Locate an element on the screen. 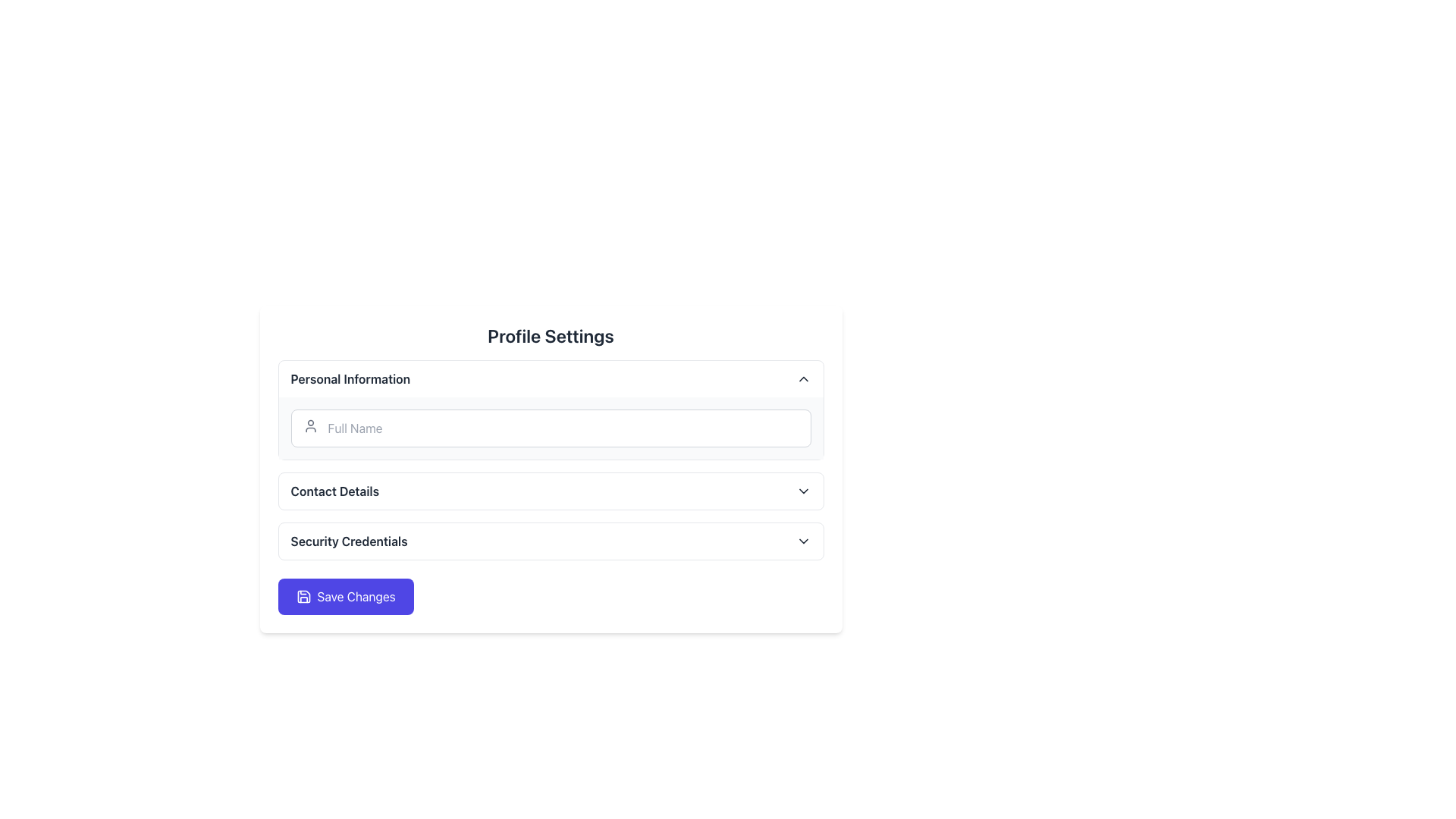 The image size is (1456, 819). the icon located in the Profile Settings section, to the left of the Full Name input field, serving as a visual aid for identifying user information context is located at coordinates (309, 426).